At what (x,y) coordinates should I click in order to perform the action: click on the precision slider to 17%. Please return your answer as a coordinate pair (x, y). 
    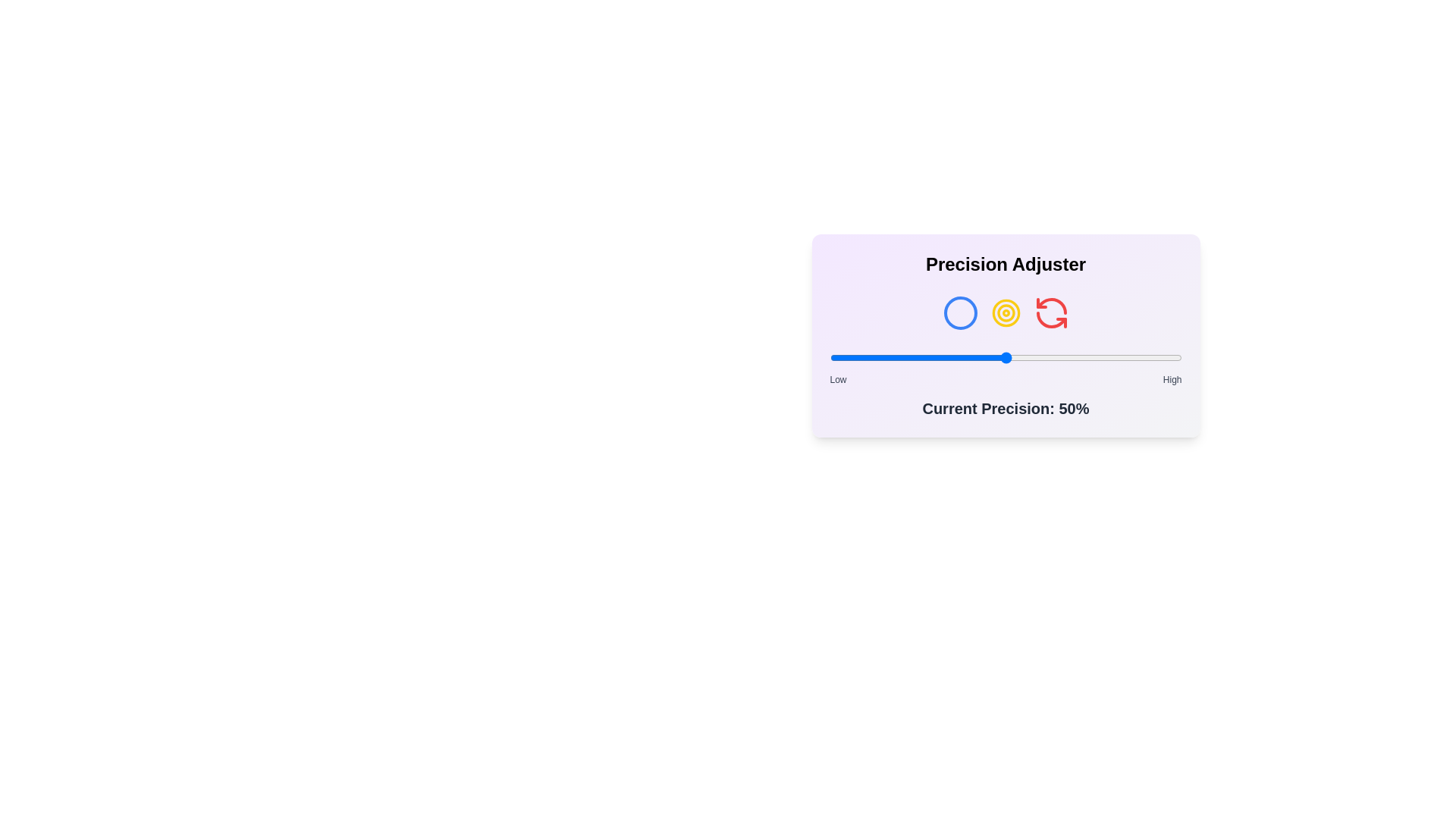
    Looking at the image, I should click on (890, 357).